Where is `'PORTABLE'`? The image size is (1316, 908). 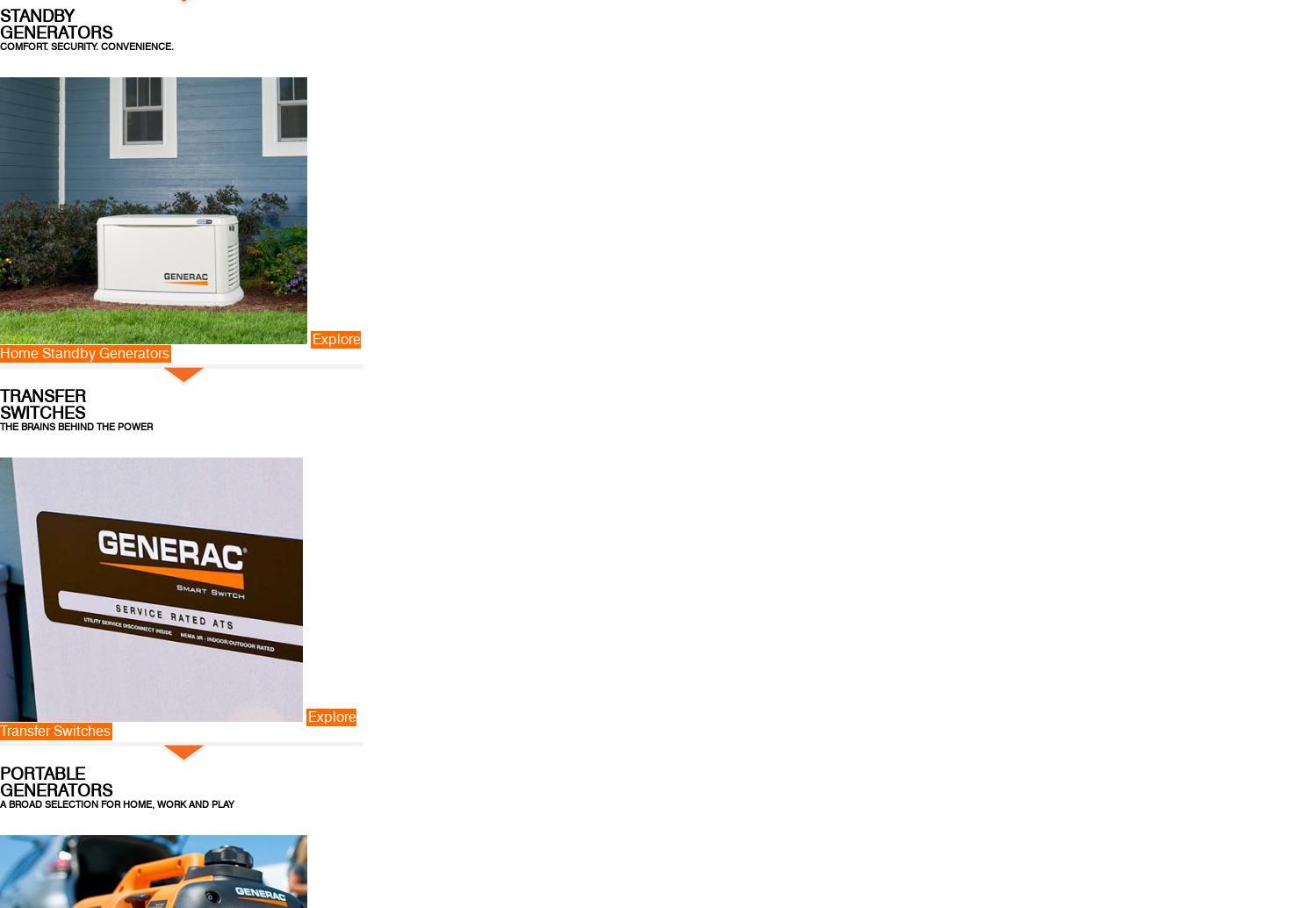
'PORTABLE' is located at coordinates (0, 773).